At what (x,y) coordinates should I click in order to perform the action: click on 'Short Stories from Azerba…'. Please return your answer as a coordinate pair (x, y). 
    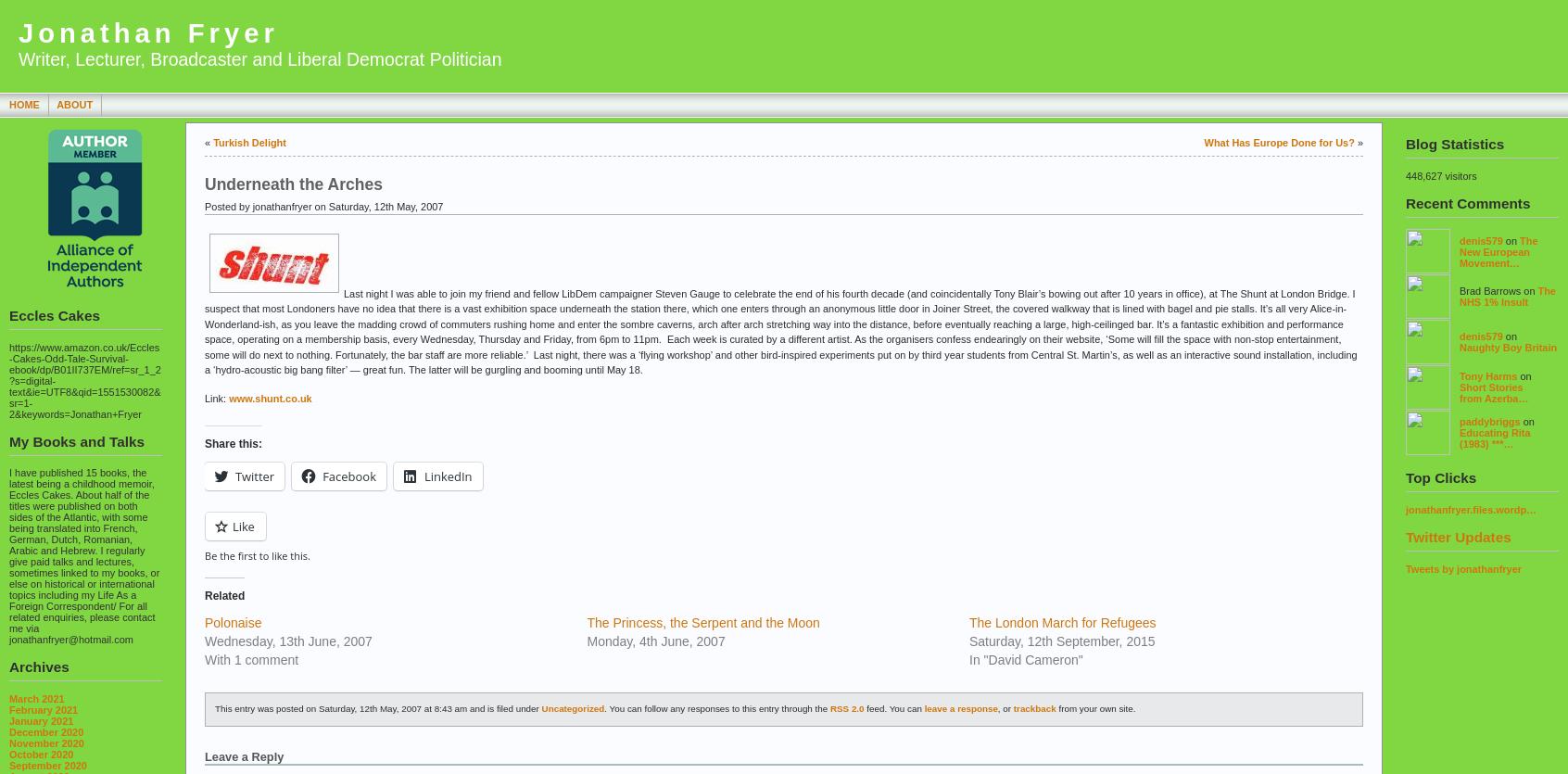
    Looking at the image, I should click on (1492, 391).